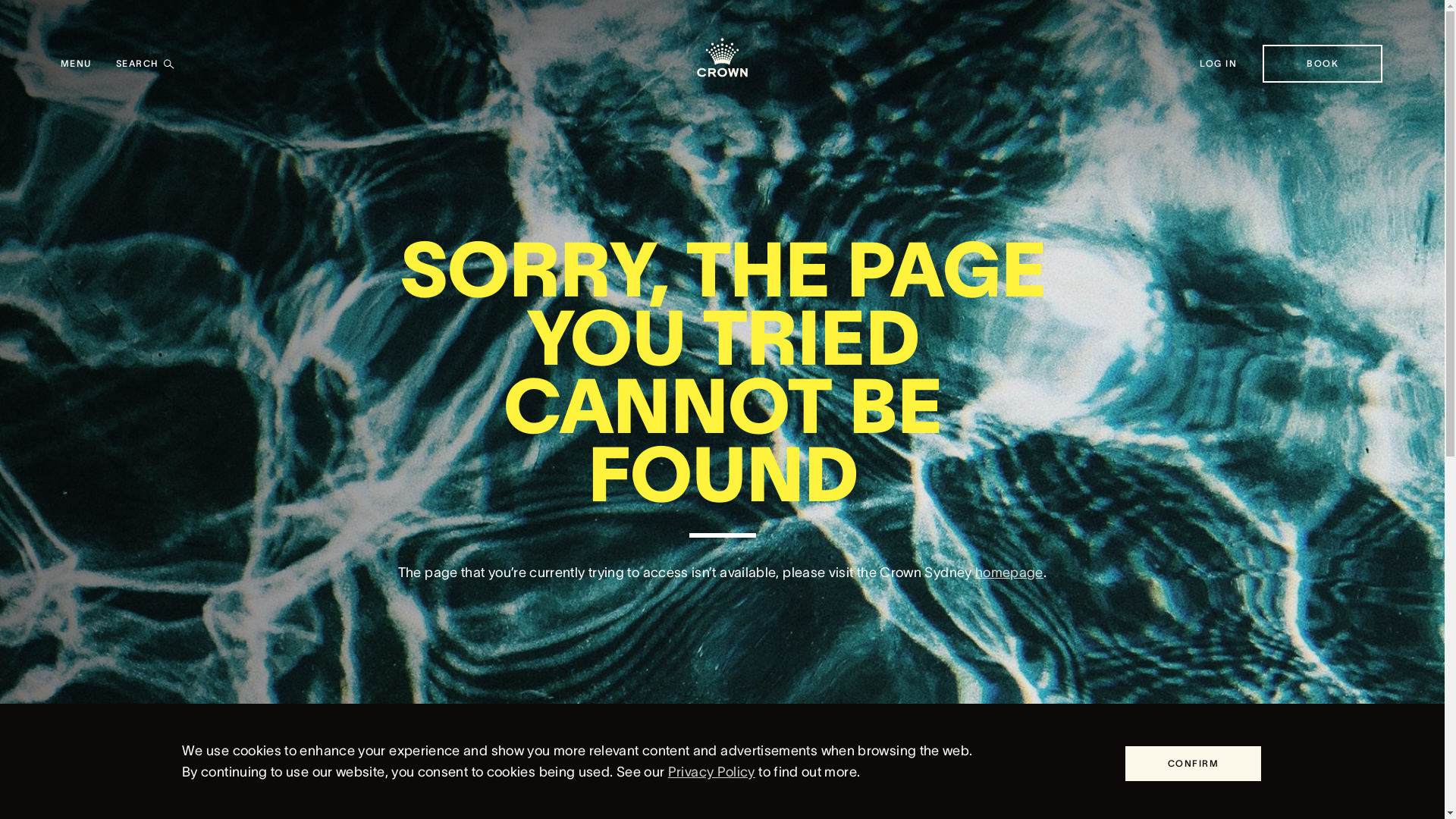 This screenshot has height=819, width=1456. What do you see at coordinates (1009, 573) in the screenshot?
I see `'homepage'` at bounding box center [1009, 573].